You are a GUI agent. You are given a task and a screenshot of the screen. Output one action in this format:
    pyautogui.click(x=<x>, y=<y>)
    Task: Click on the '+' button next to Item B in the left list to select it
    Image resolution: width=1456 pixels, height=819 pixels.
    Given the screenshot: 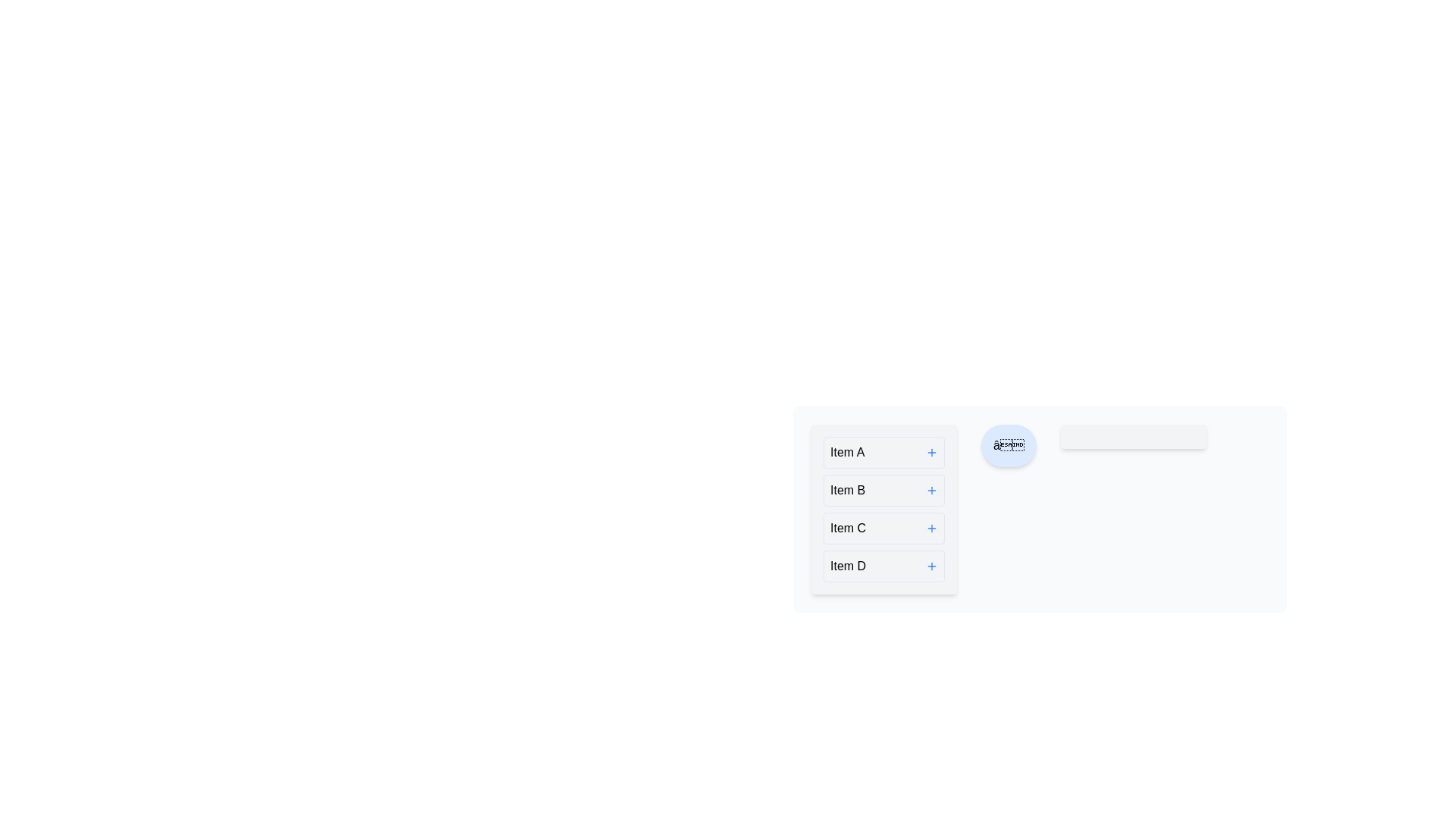 What is the action you would take?
    pyautogui.click(x=930, y=491)
    